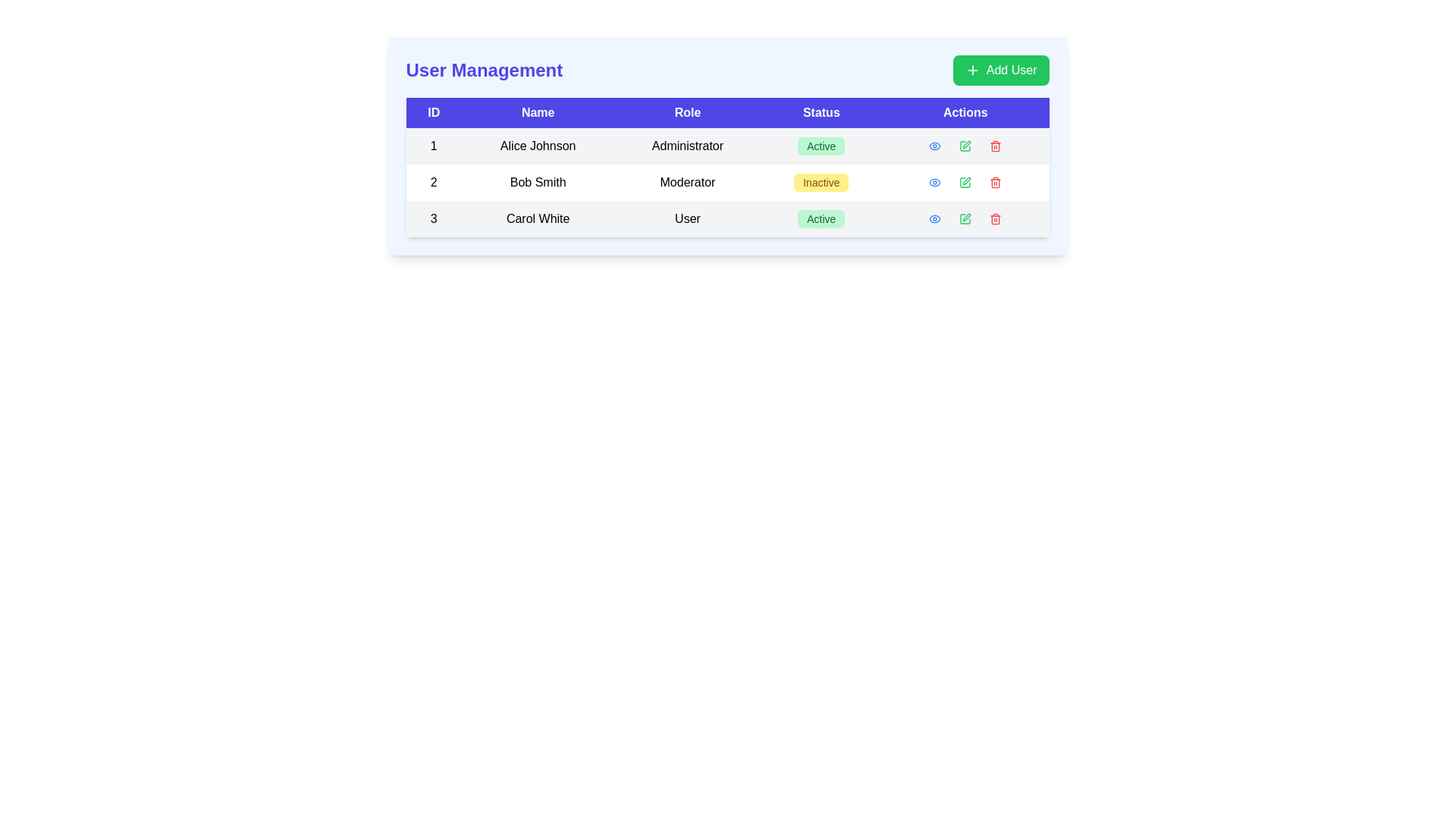 Image resolution: width=1456 pixels, height=819 pixels. I want to click on the red-colored trash can icon in the 'Actions' column, so click(996, 219).